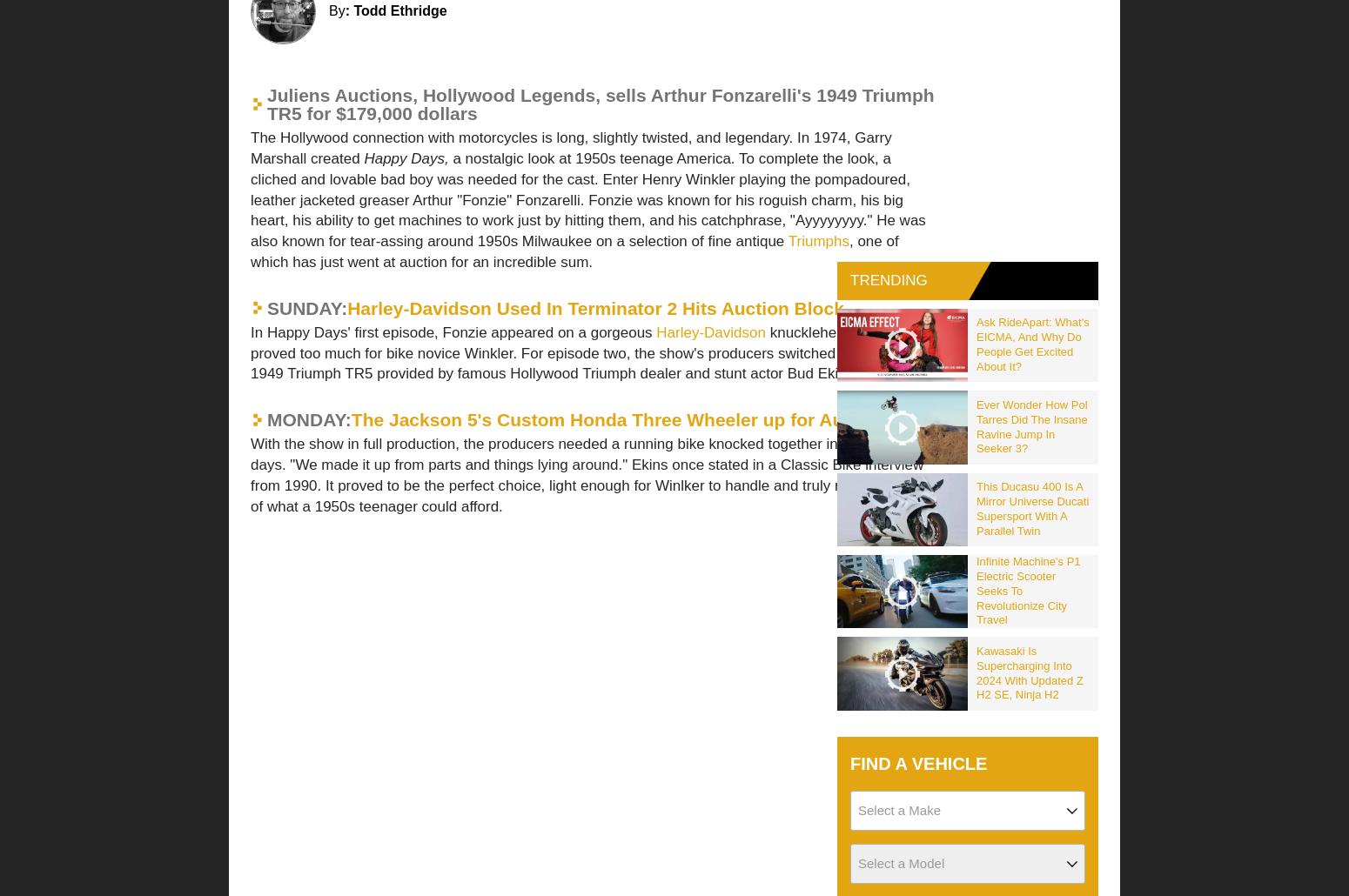 The width and height of the screenshot is (1349, 896). Describe the element at coordinates (477, 380) in the screenshot. I see `'Harley-Davidson'` at that location.